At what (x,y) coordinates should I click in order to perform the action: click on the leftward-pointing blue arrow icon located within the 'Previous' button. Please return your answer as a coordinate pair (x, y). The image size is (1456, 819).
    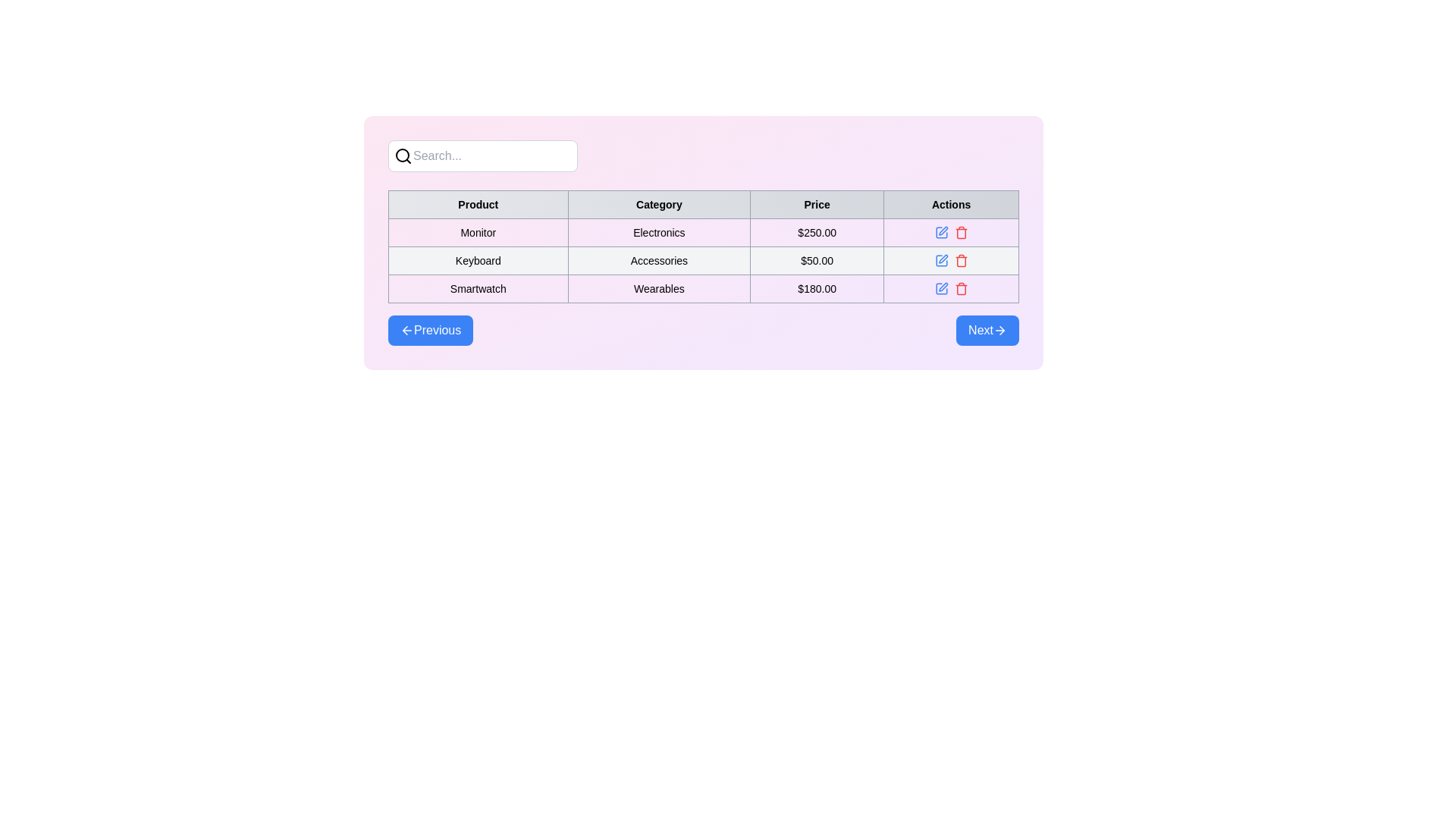
    Looking at the image, I should click on (407, 329).